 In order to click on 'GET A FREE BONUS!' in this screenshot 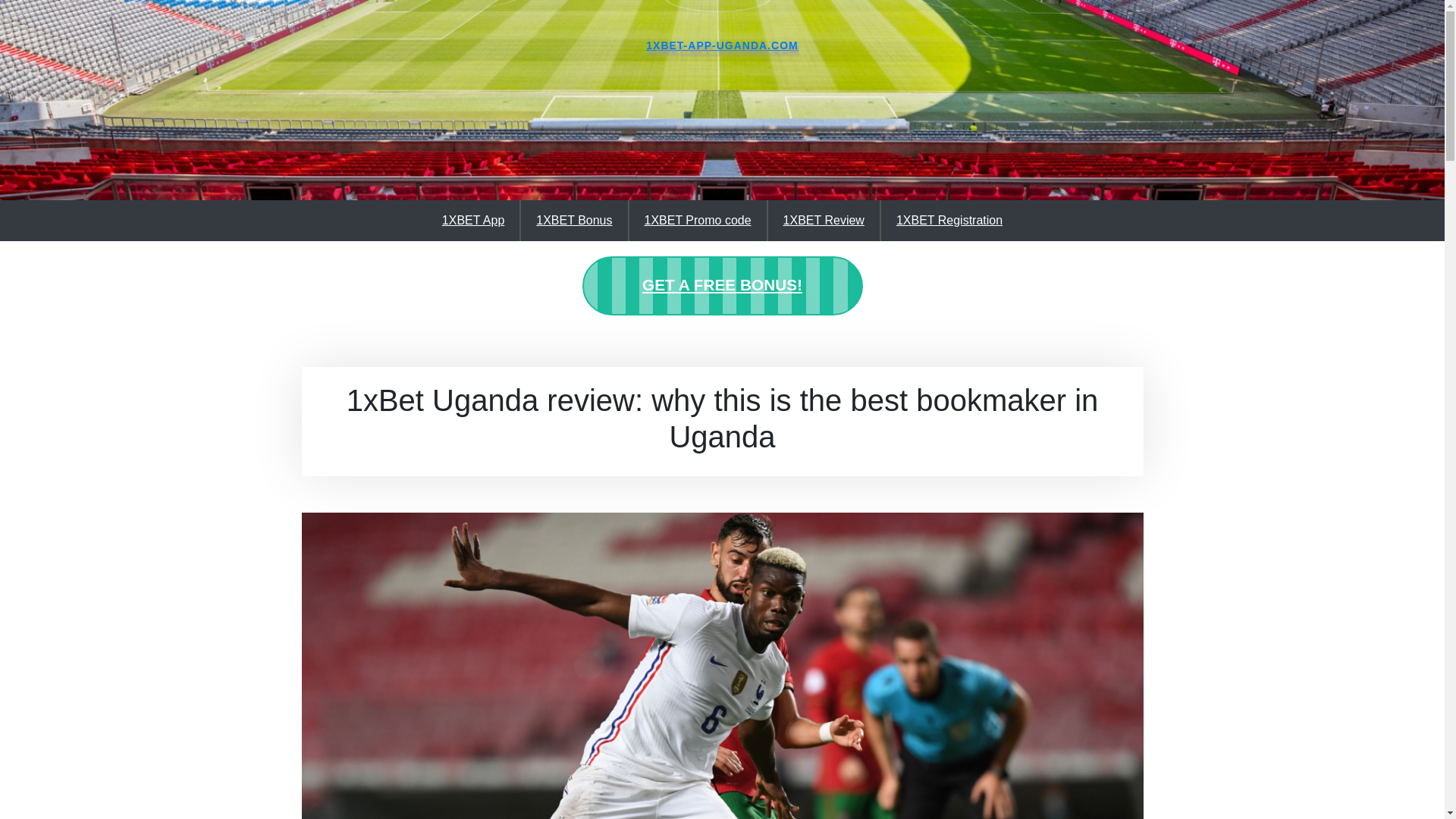, I will do `click(722, 286)`.